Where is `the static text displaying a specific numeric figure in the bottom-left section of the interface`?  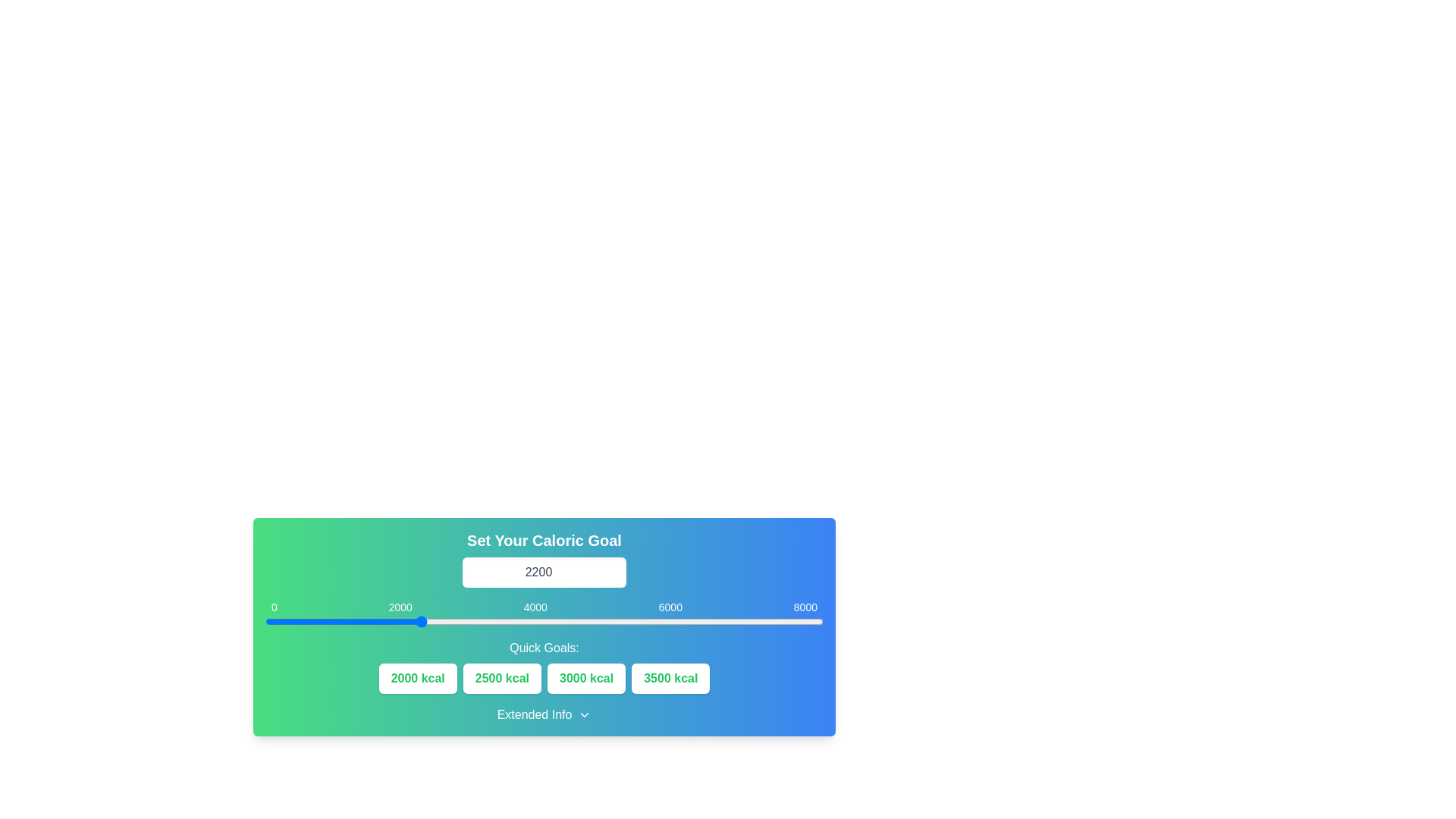
the static text displaying a specific numeric figure in the bottom-left section of the interface is located at coordinates (274, 607).